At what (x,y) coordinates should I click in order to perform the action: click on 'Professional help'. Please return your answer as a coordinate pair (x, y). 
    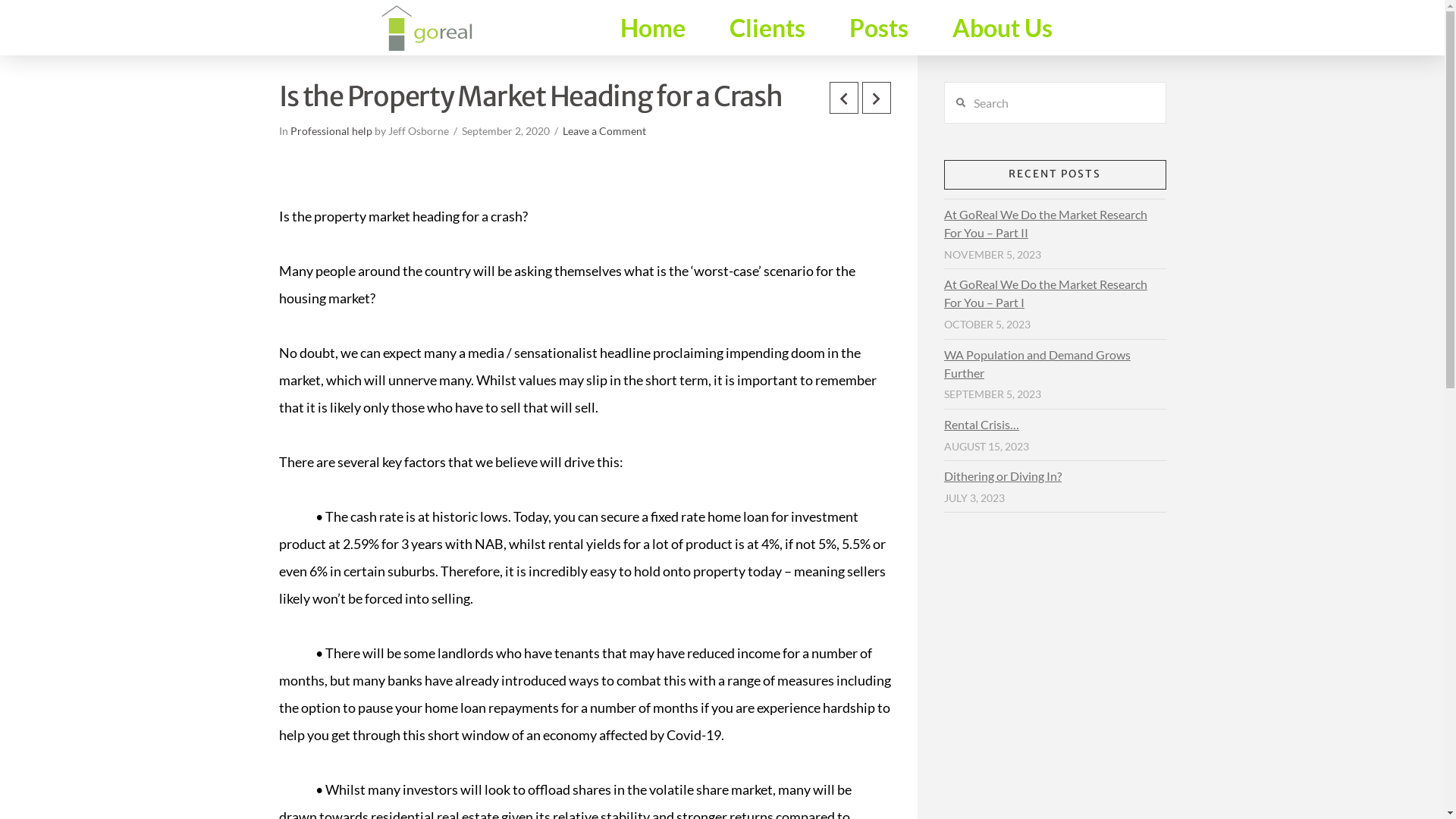
    Looking at the image, I should click on (330, 130).